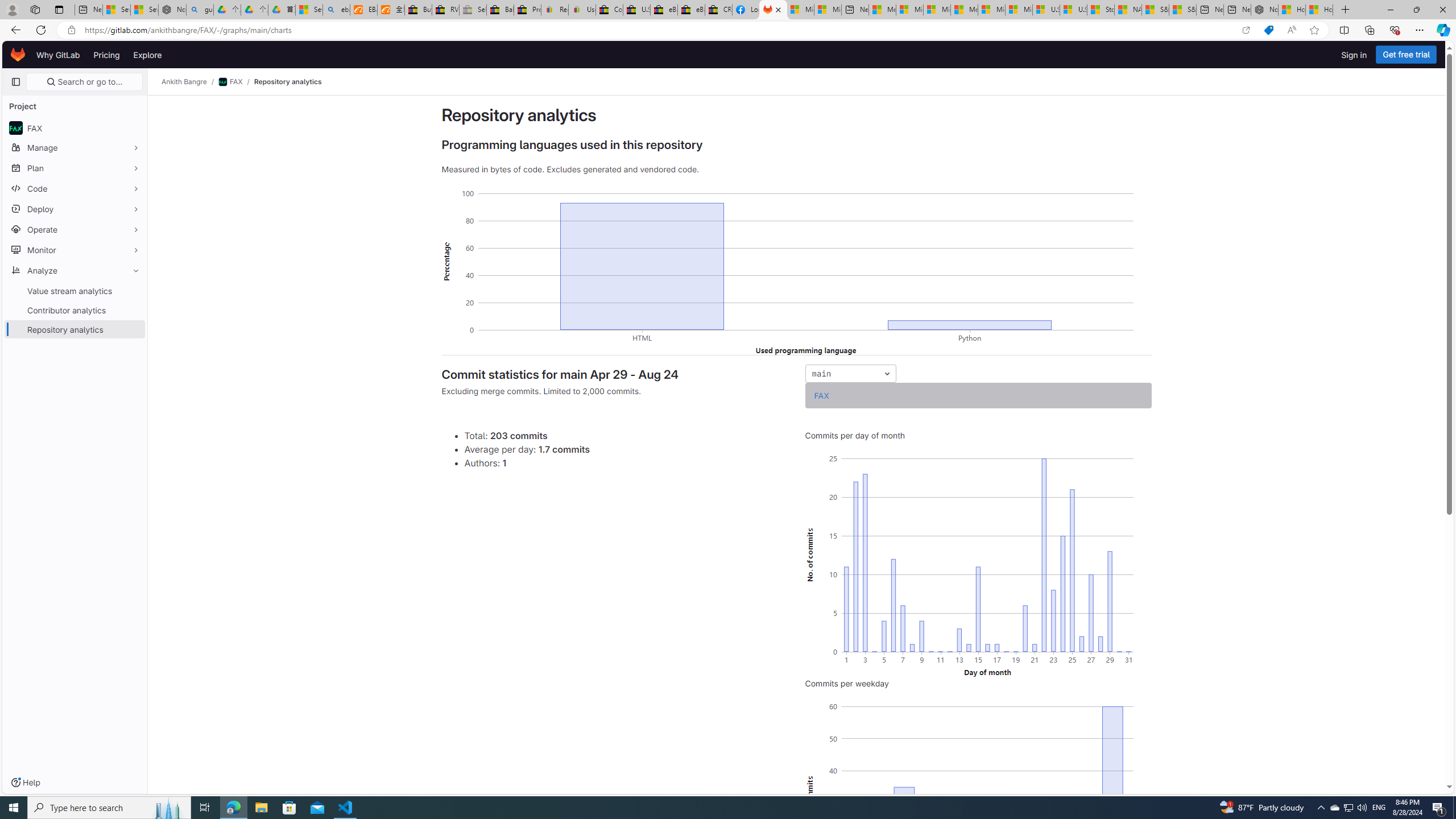  What do you see at coordinates (236, 81) in the screenshot?
I see `'FAX/'` at bounding box center [236, 81].